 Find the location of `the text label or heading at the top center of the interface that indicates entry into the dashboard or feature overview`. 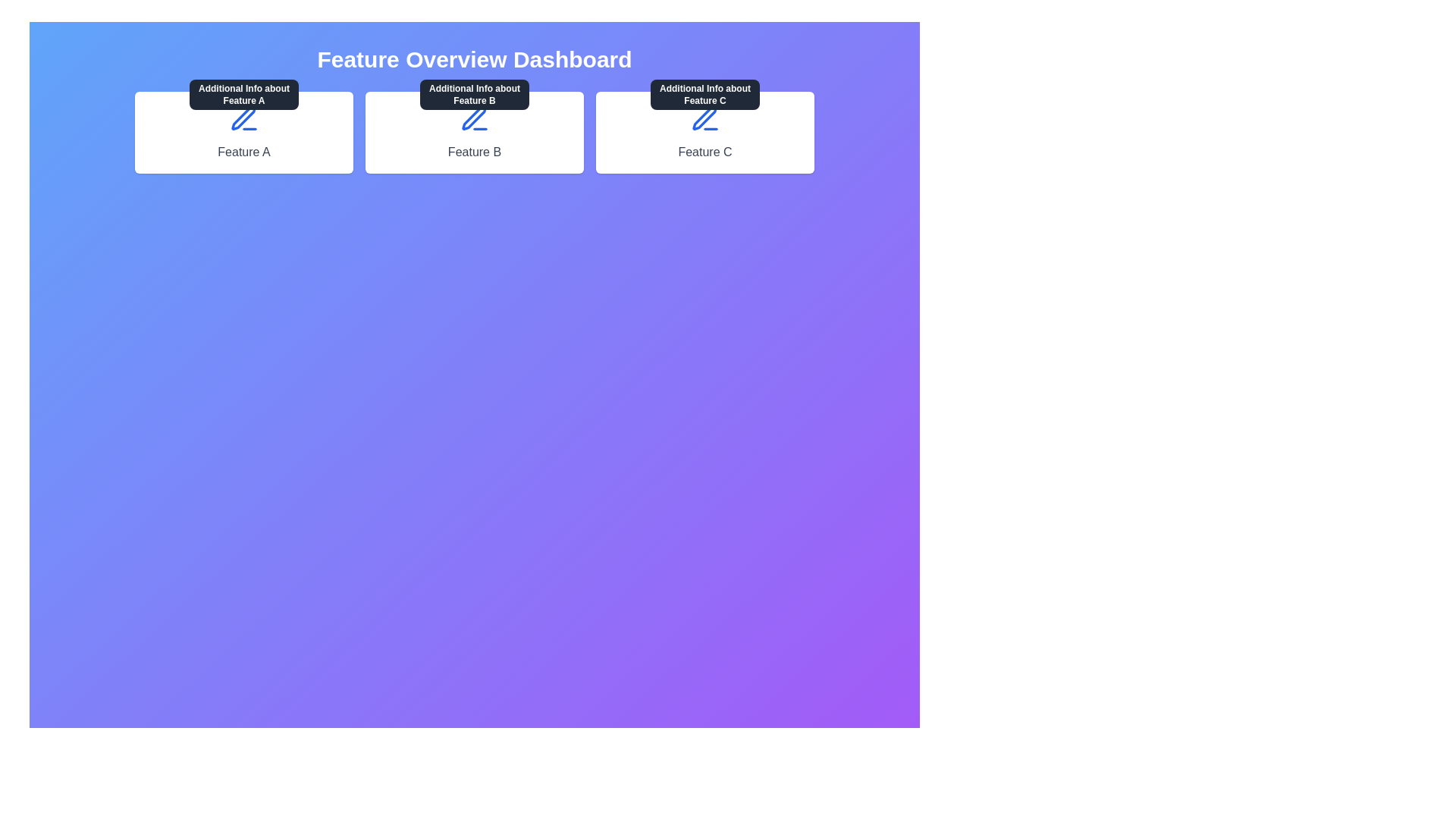

the text label or heading at the top center of the interface that indicates entry into the dashboard or feature overview is located at coordinates (473, 58).